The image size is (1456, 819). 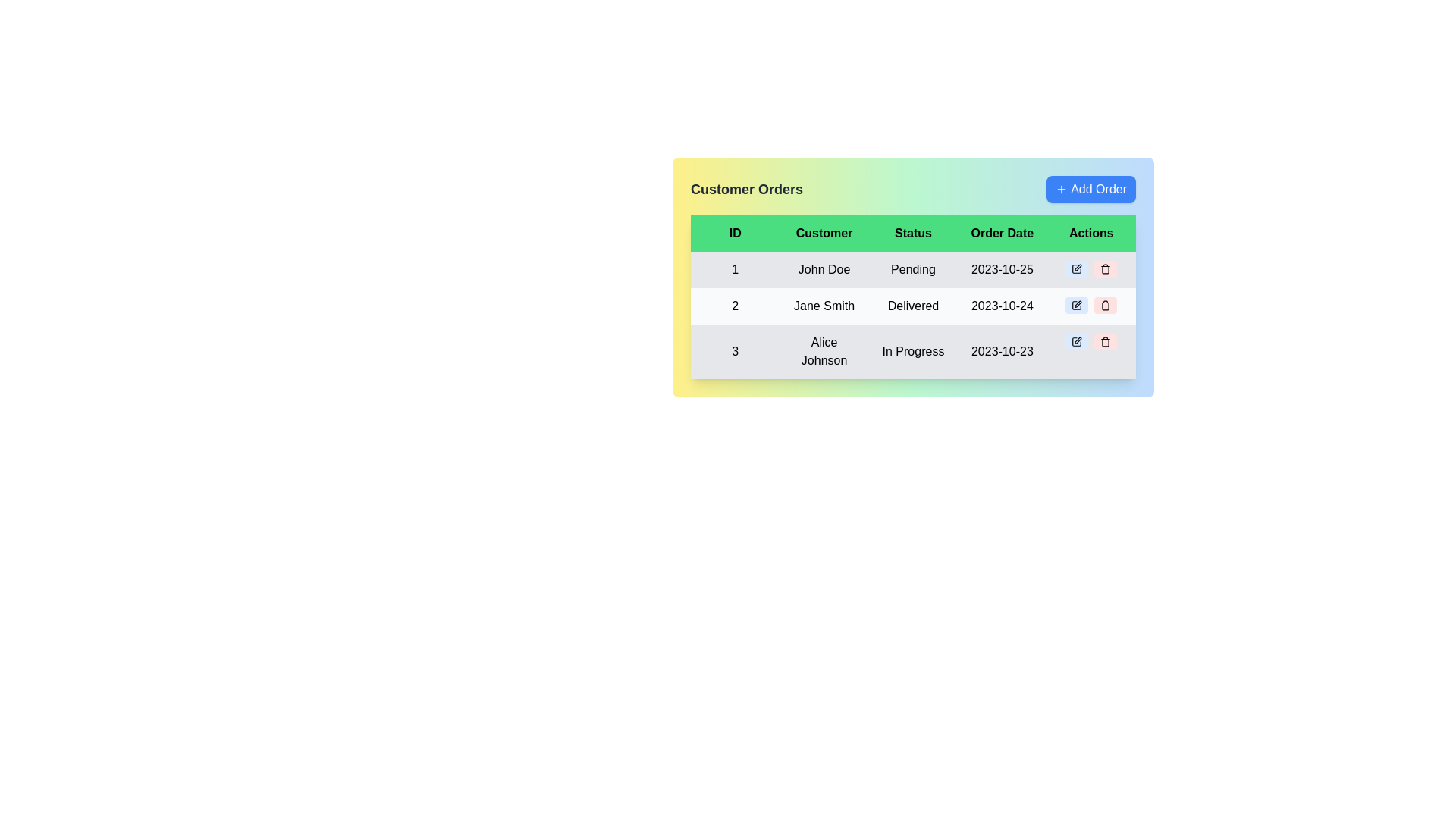 I want to click on the button with a light red background and a trash bin icon located in the 'Actions' column of the second row in the 'Customer Orders' table, so click(x=1106, y=305).